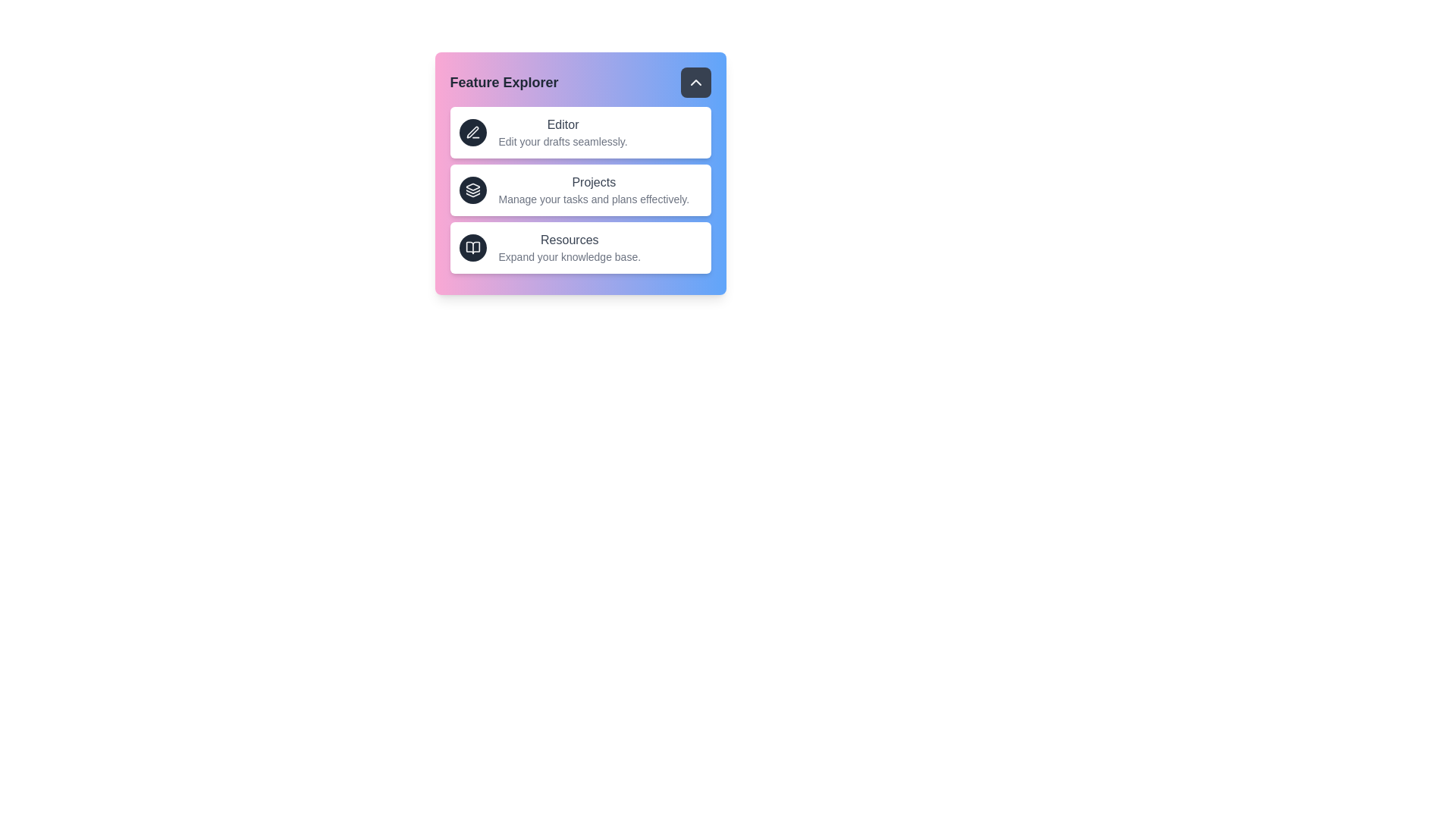  Describe the element at coordinates (695, 82) in the screenshot. I see `the toggle button to toggle the menu visibility` at that location.